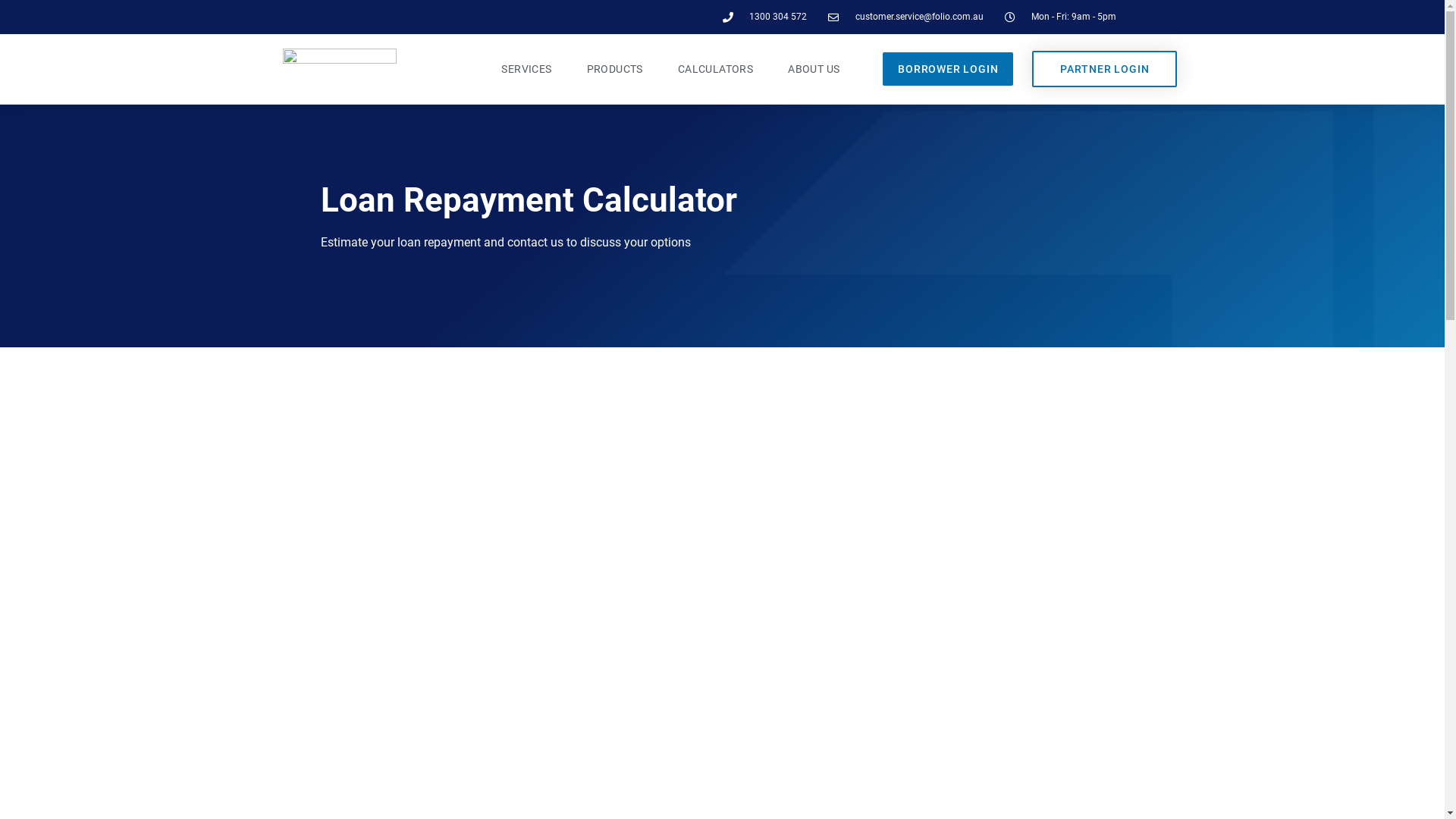 This screenshot has height=819, width=1456. Describe the element at coordinates (662, 69) in the screenshot. I see `'CALCULATORS'` at that location.